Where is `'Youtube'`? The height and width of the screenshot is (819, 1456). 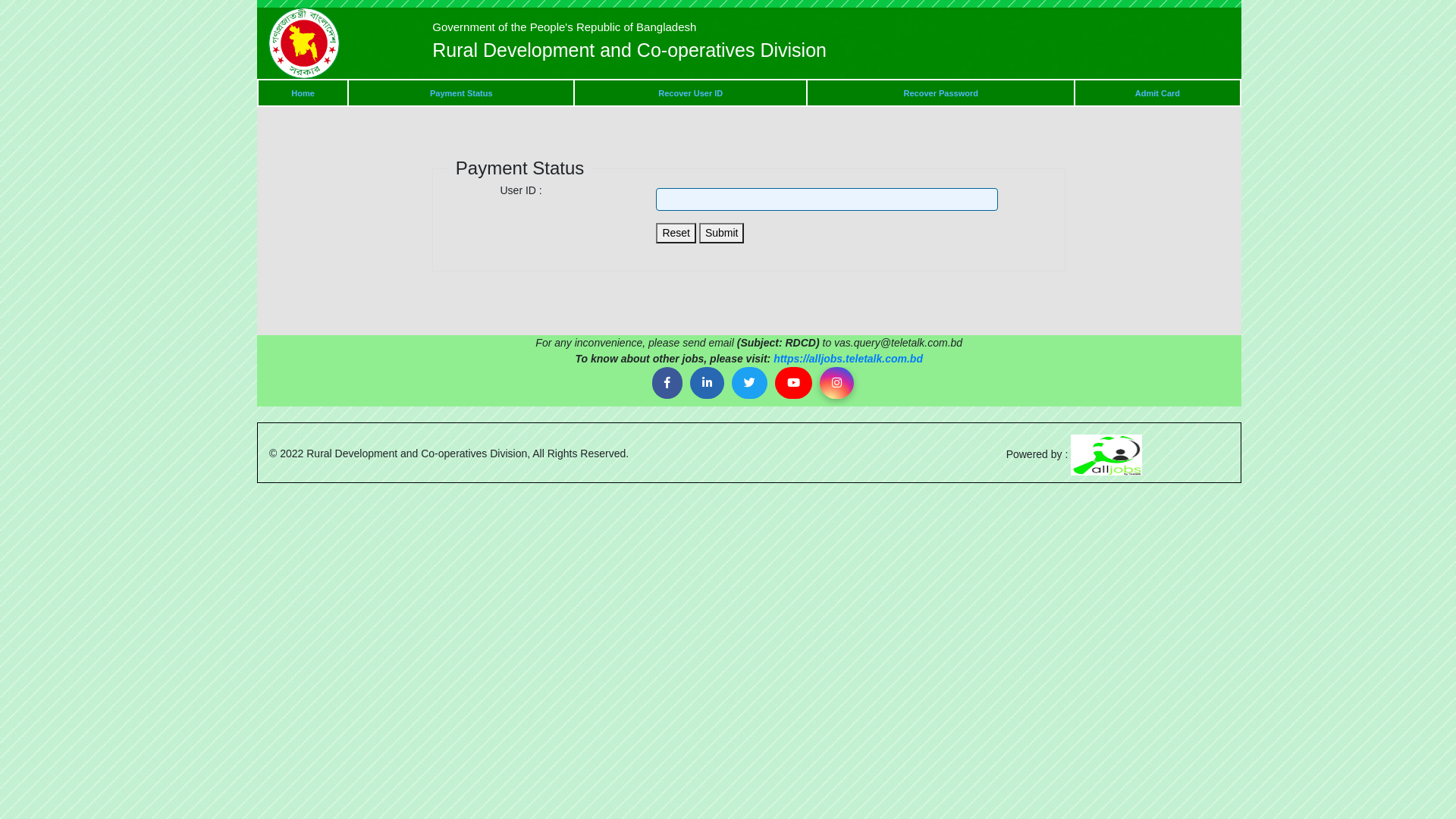 'Youtube' is located at coordinates (792, 382).